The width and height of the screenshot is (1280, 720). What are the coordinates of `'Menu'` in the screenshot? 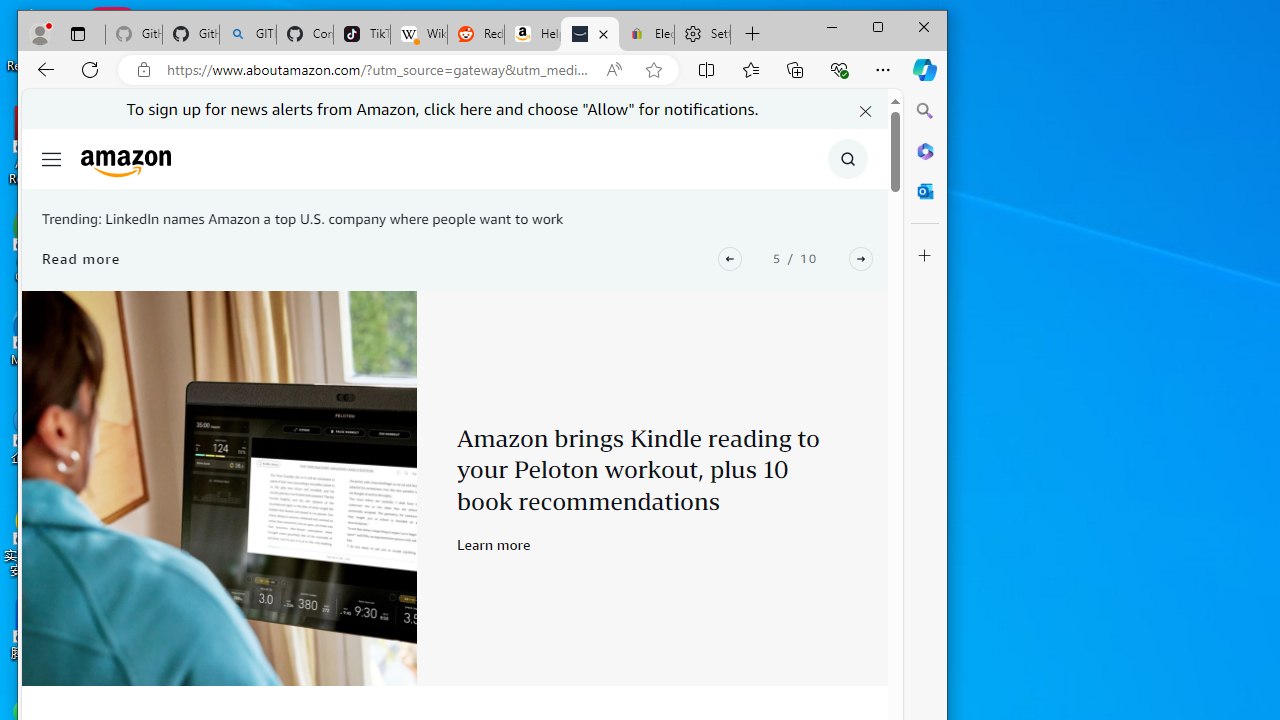 It's located at (51, 158).